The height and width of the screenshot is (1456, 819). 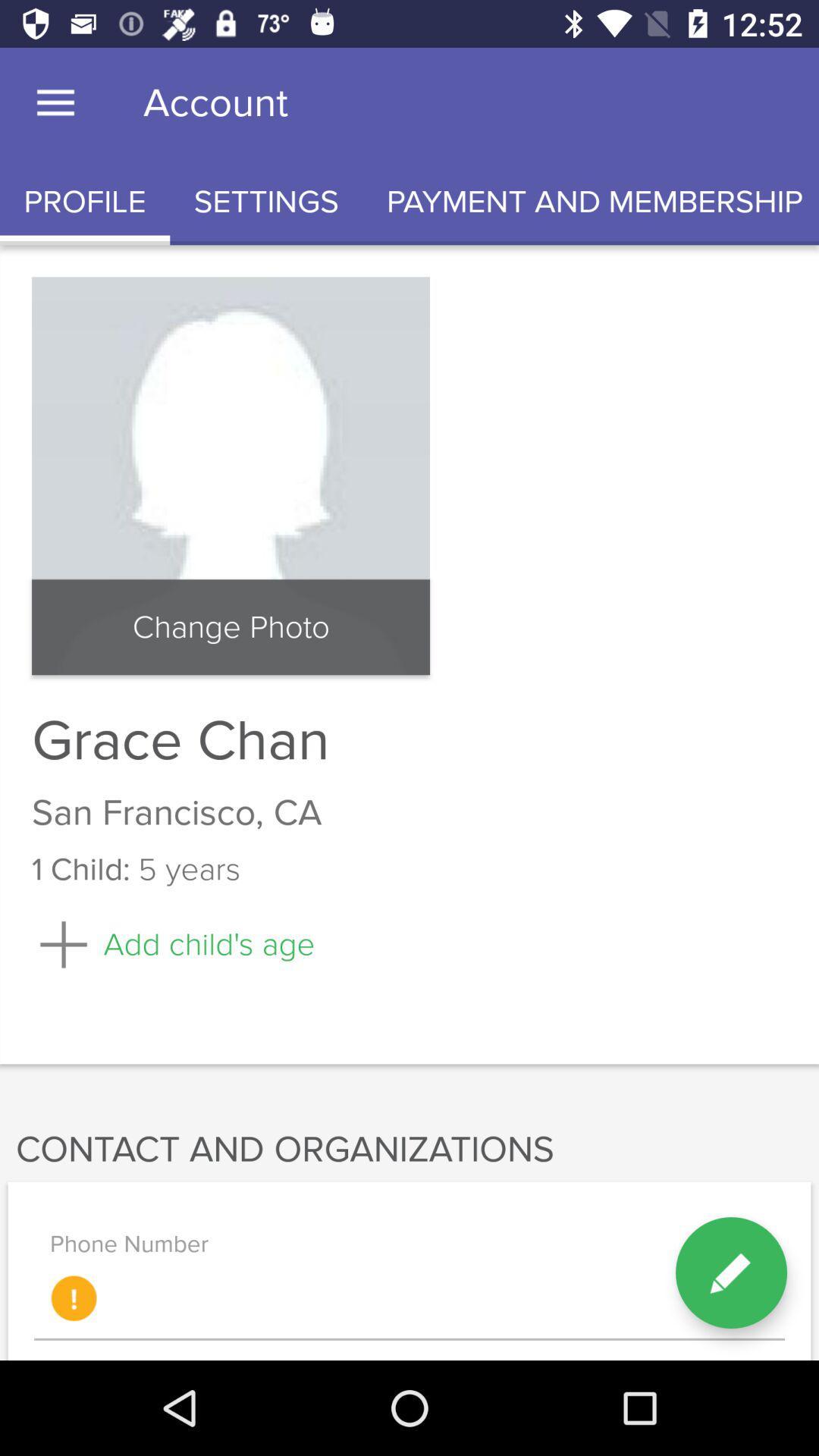 What do you see at coordinates (590, 201) in the screenshot?
I see `the icon next to settings icon` at bounding box center [590, 201].